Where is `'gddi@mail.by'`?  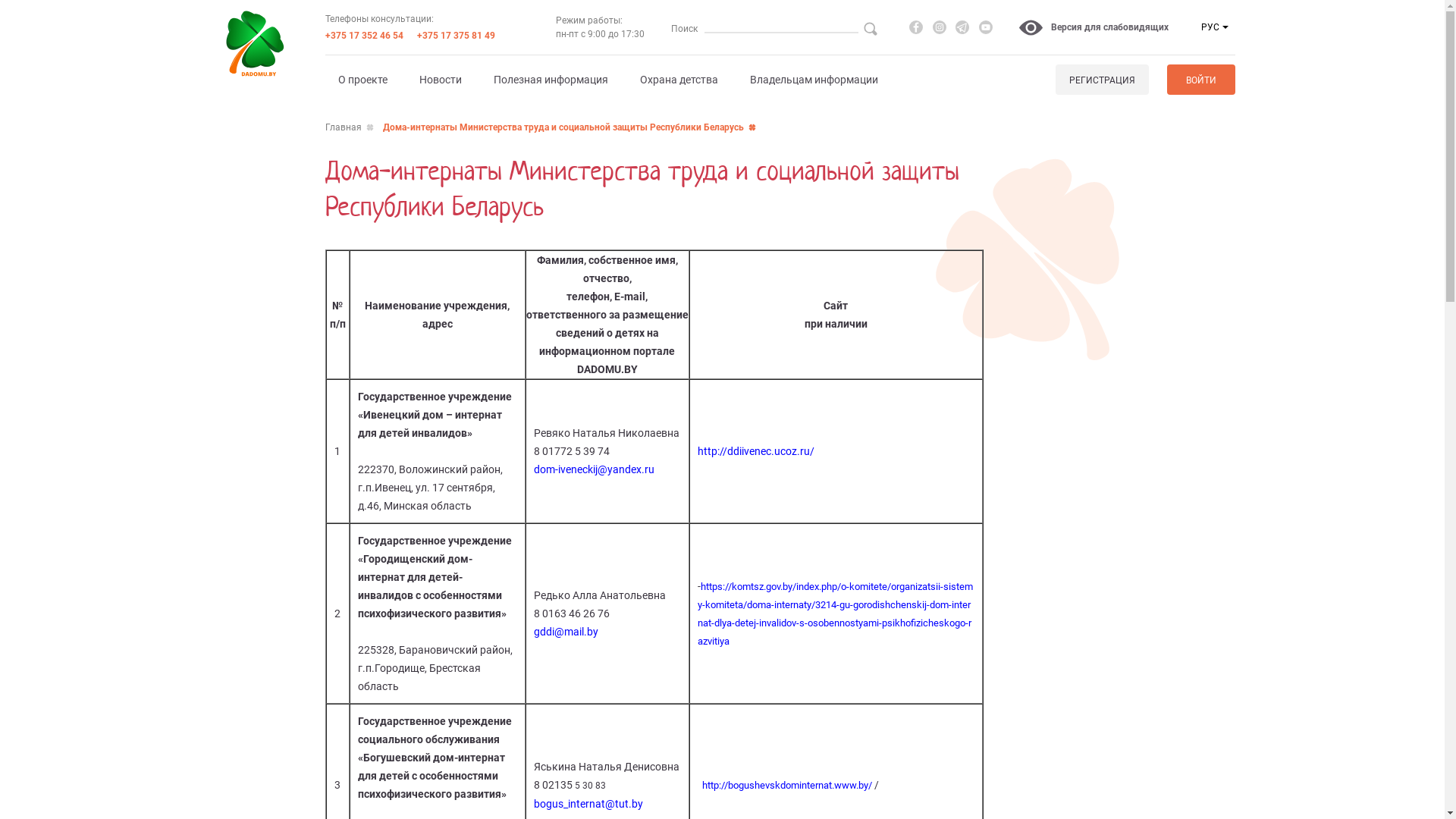
'gddi@mail.by' is located at coordinates (565, 632).